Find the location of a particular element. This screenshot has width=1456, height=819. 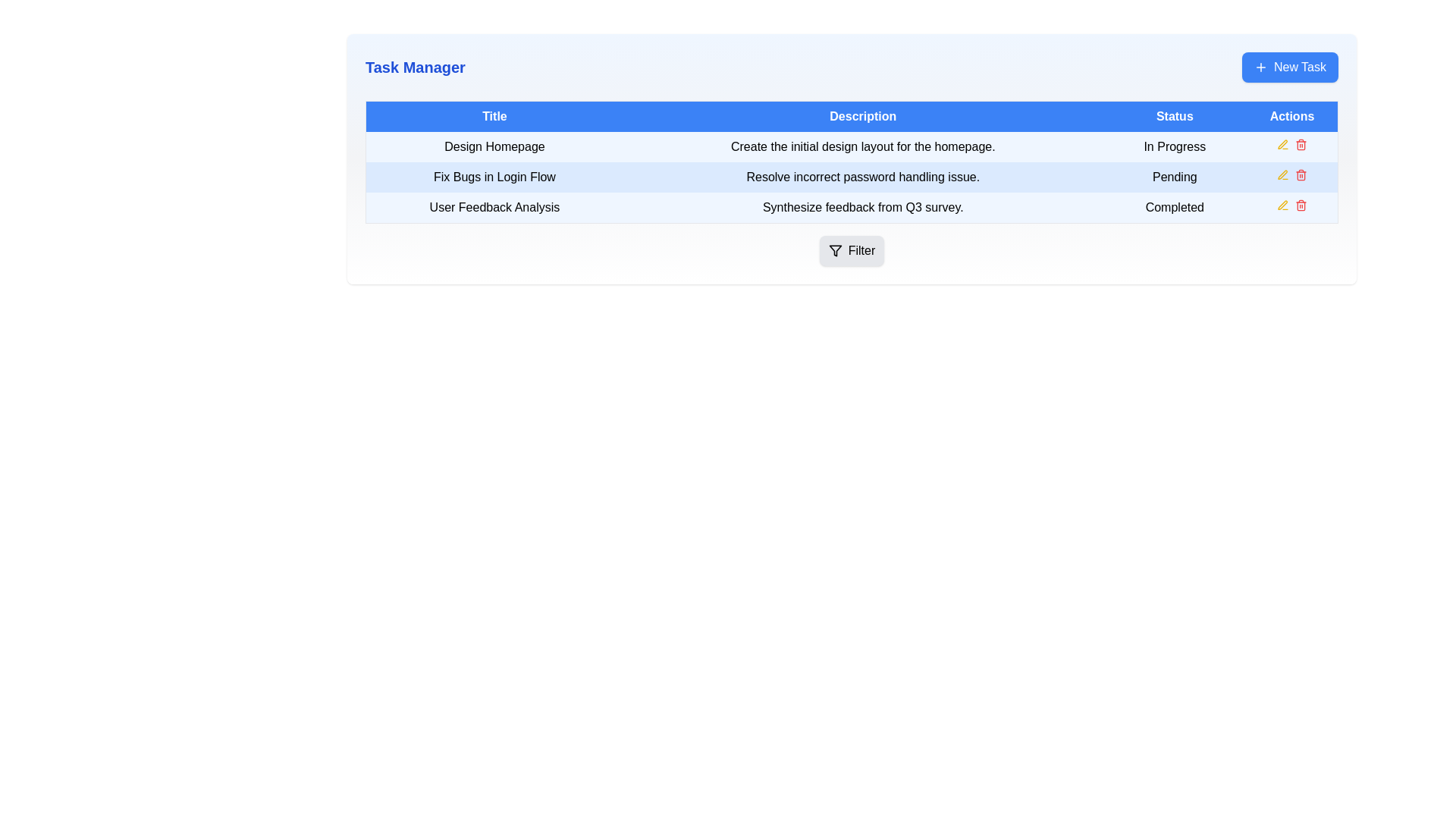

the static text label 'In Progress' located in the third column of the first row under the 'Status' column in the task table for the task titled 'Design Homepage' is located at coordinates (1174, 146).